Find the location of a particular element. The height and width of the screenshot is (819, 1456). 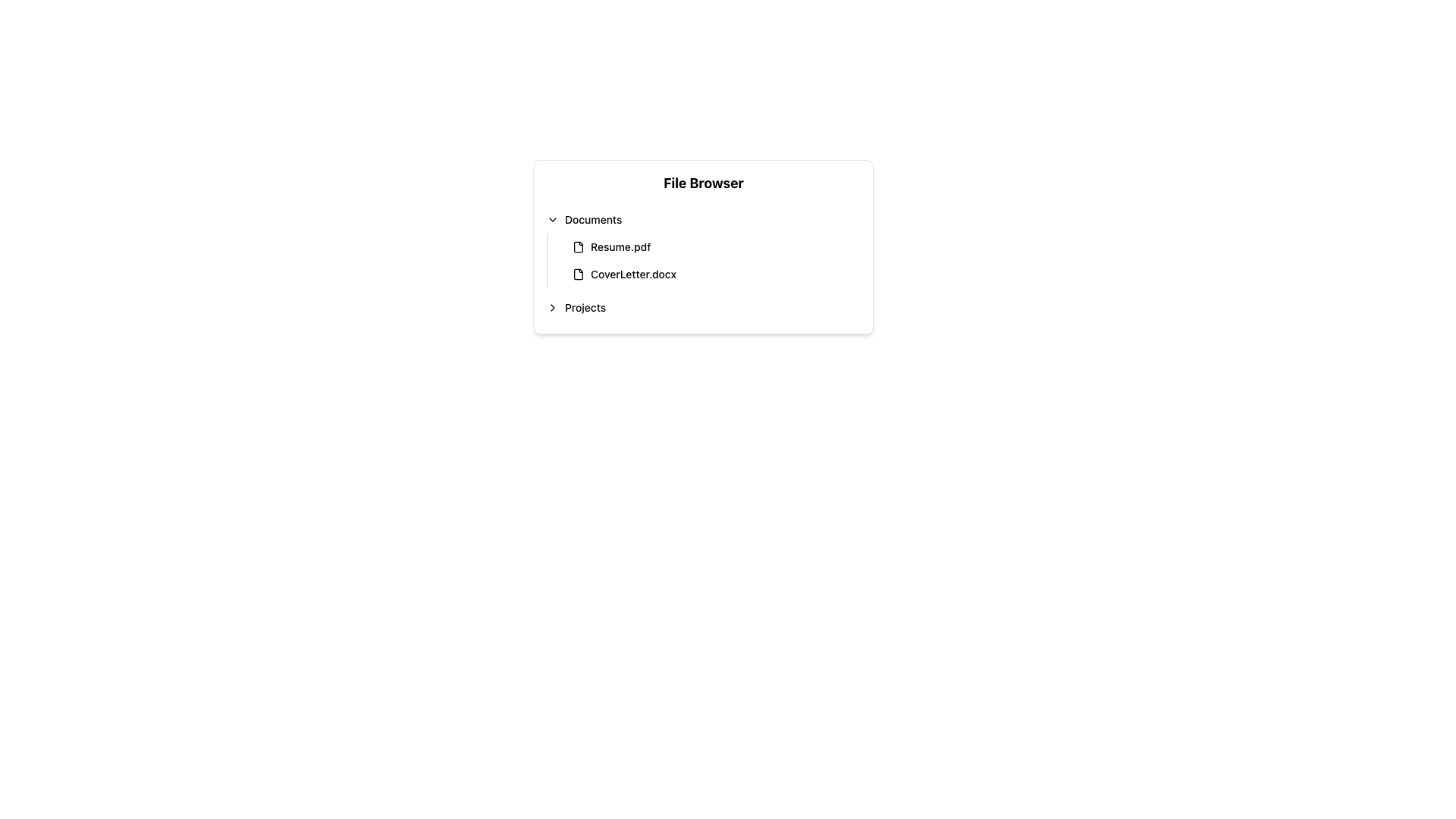

the appearance of the minimalist file icon located to the left of 'Resume.pdf' in the 'Documents' section of the file browser is located at coordinates (578, 246).